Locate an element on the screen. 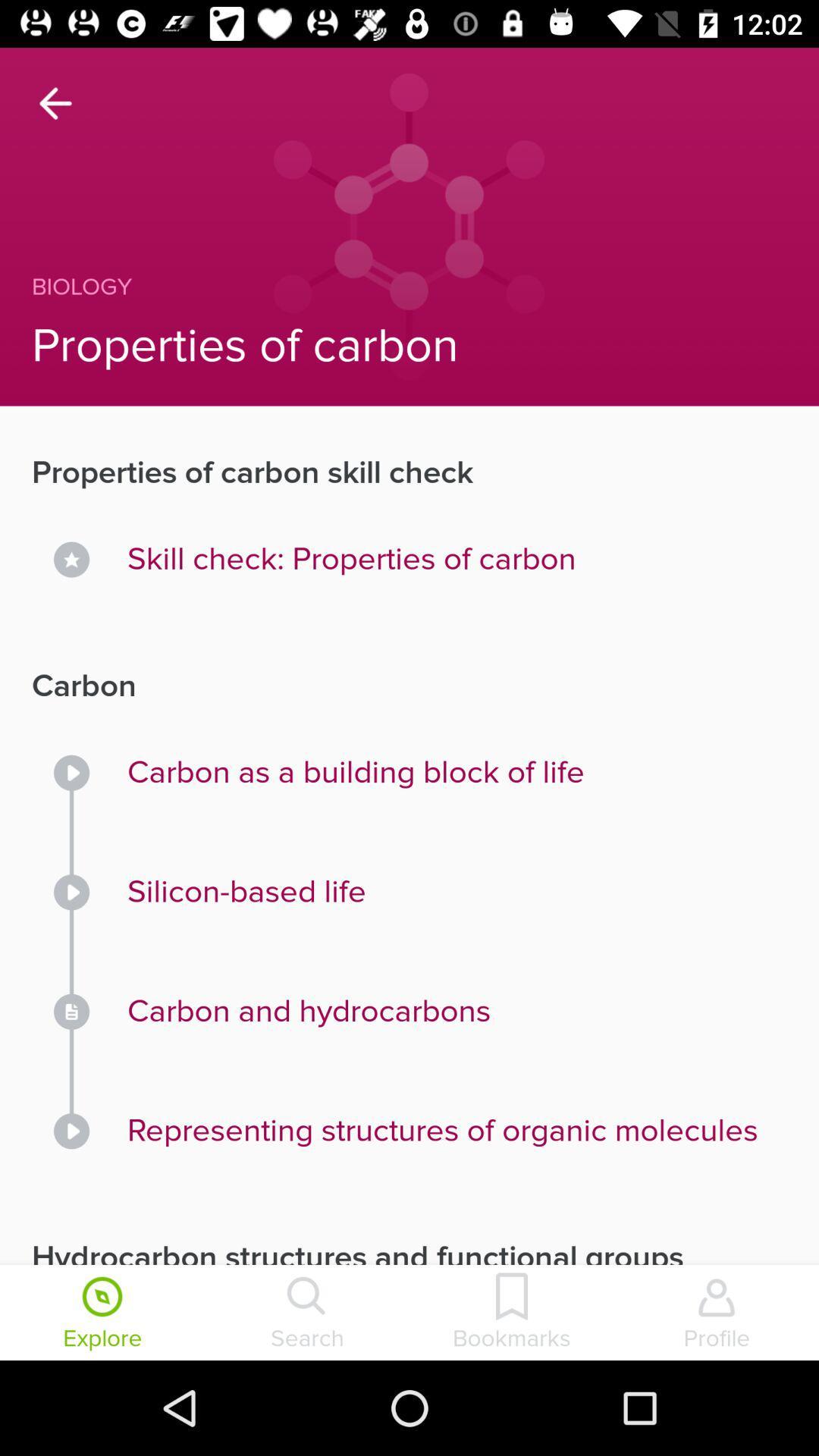  profile is located at coordinates (717, 1313).